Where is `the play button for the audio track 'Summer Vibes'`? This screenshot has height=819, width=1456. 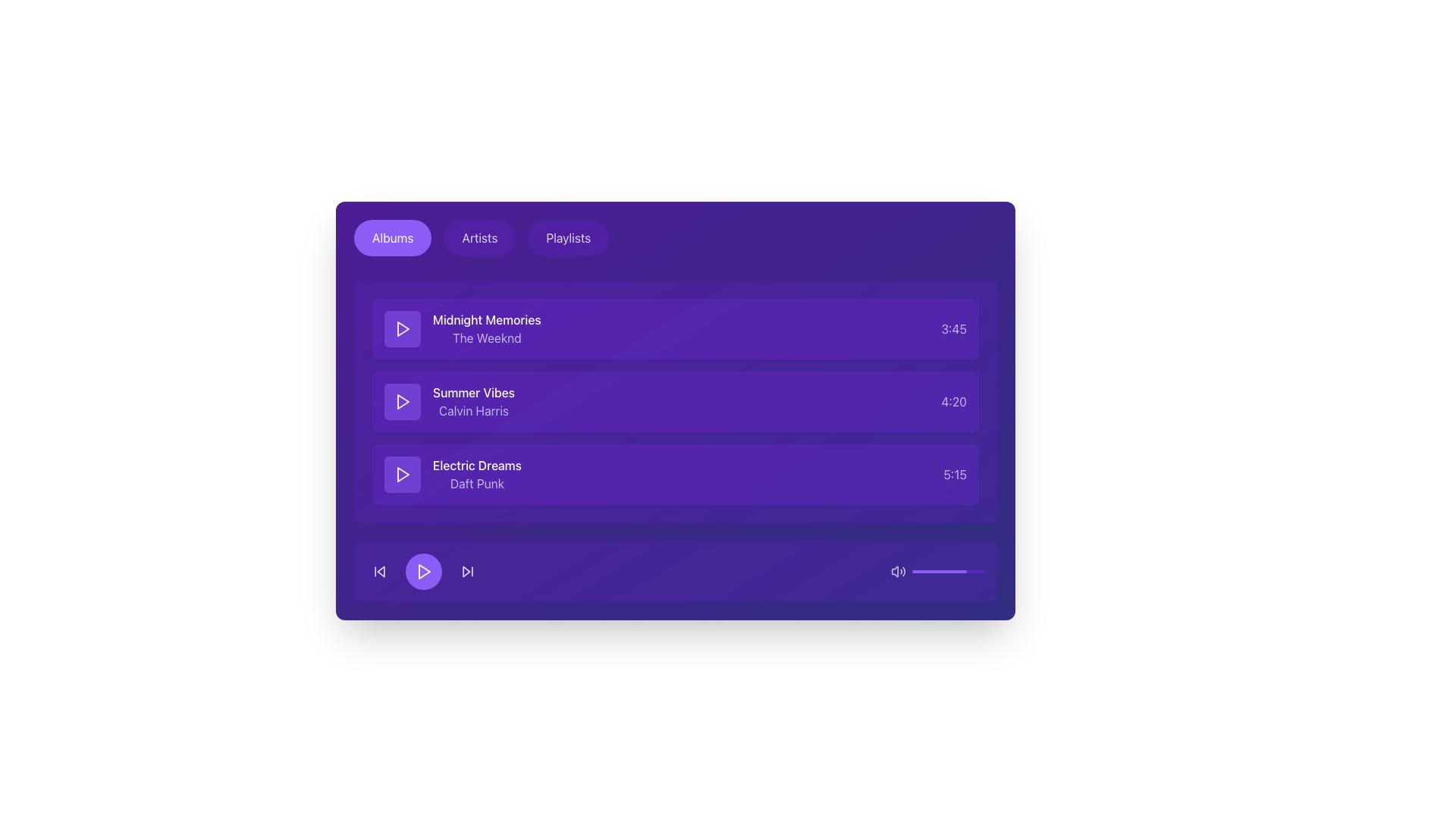 the play button for the audio track 'Summer Vibes' is located at coordinates (403, 400).